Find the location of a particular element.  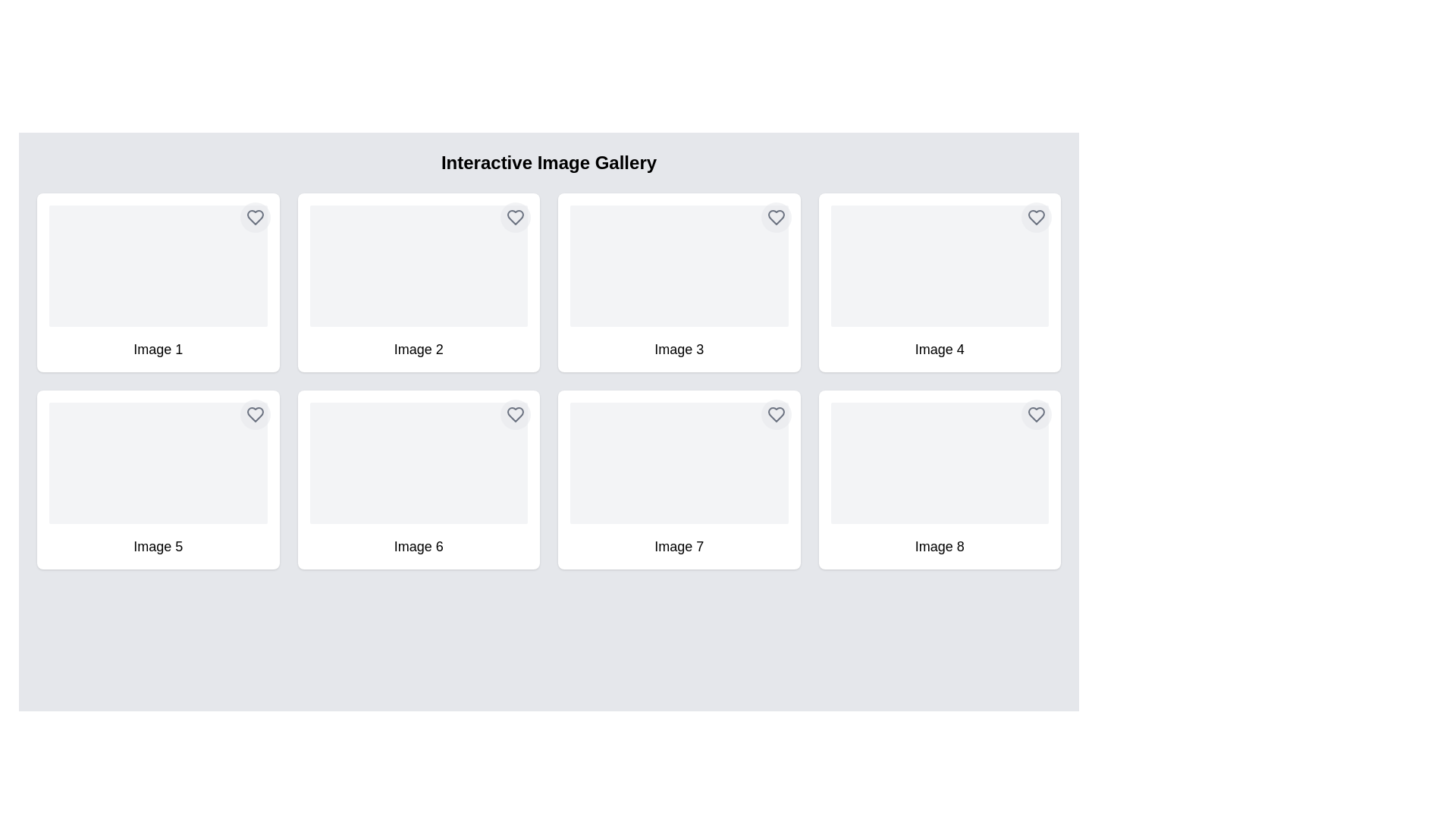

the heart icon representing the 'like' action in the interactive gallery, located at the top-right corner of 'Image 7' in the second row is located at coordinates (776, 415).